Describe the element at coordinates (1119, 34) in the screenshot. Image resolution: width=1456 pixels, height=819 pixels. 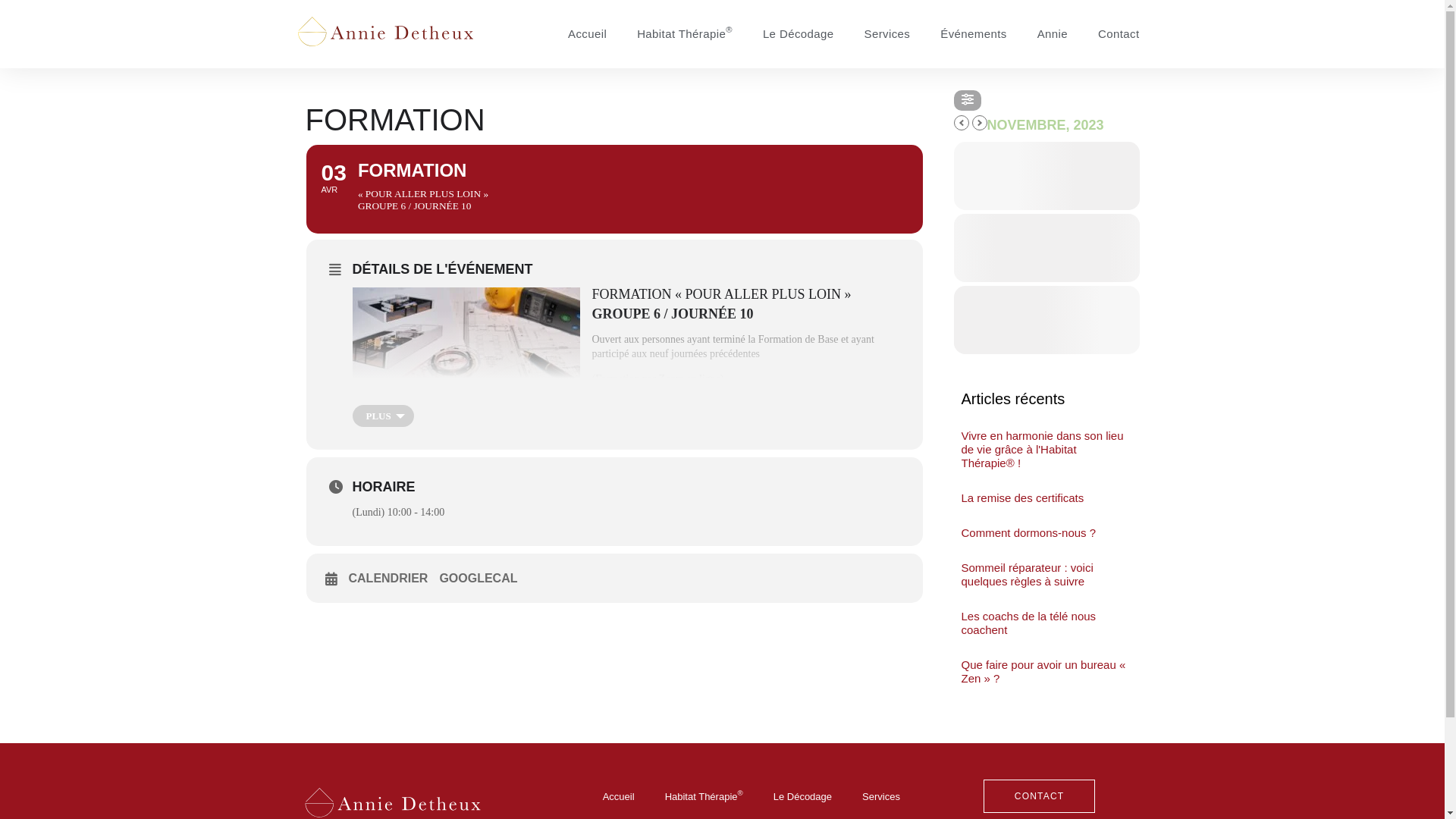
I see `'Contact'` at that location.